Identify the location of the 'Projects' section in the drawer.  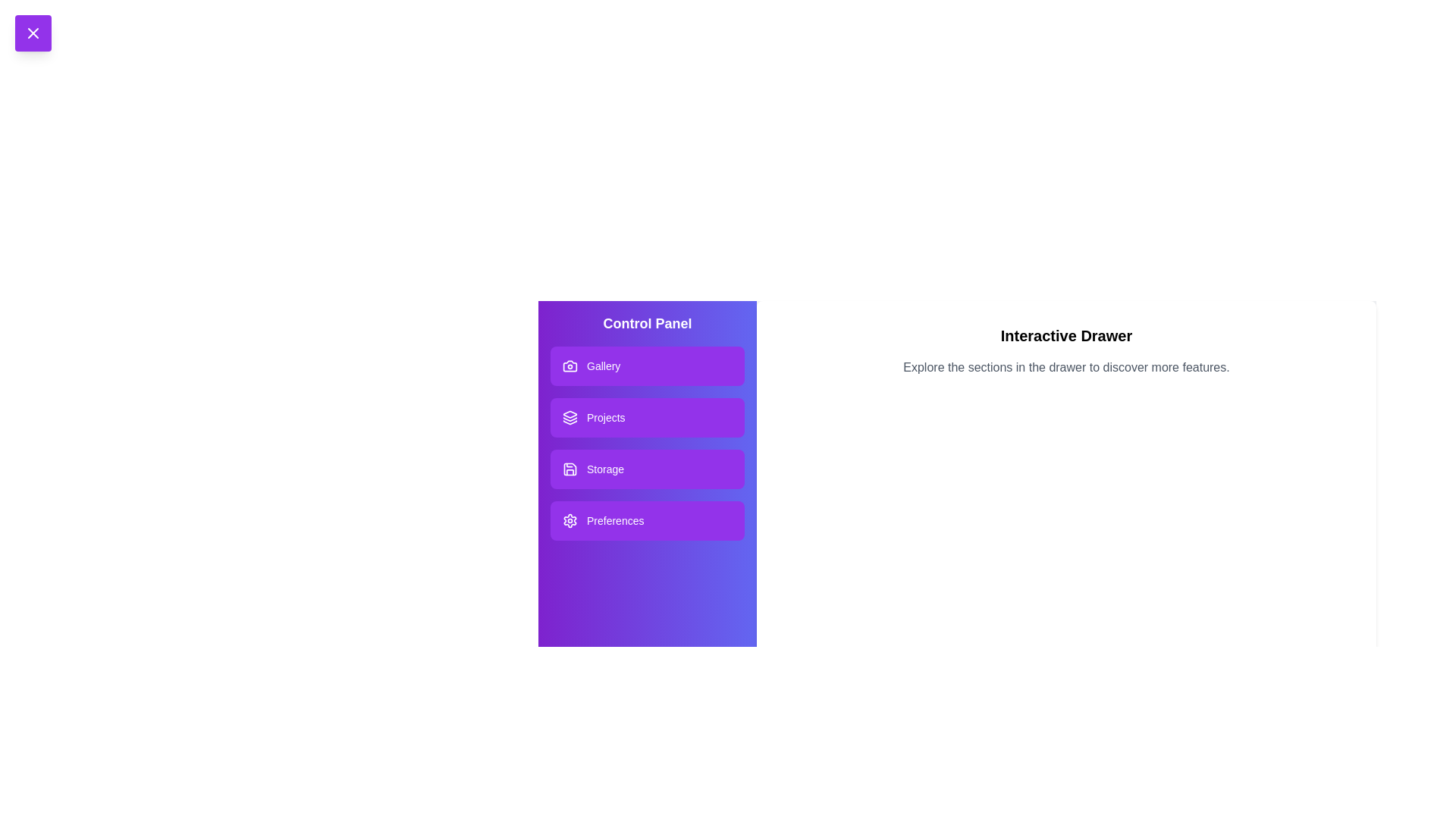
(648, 418).